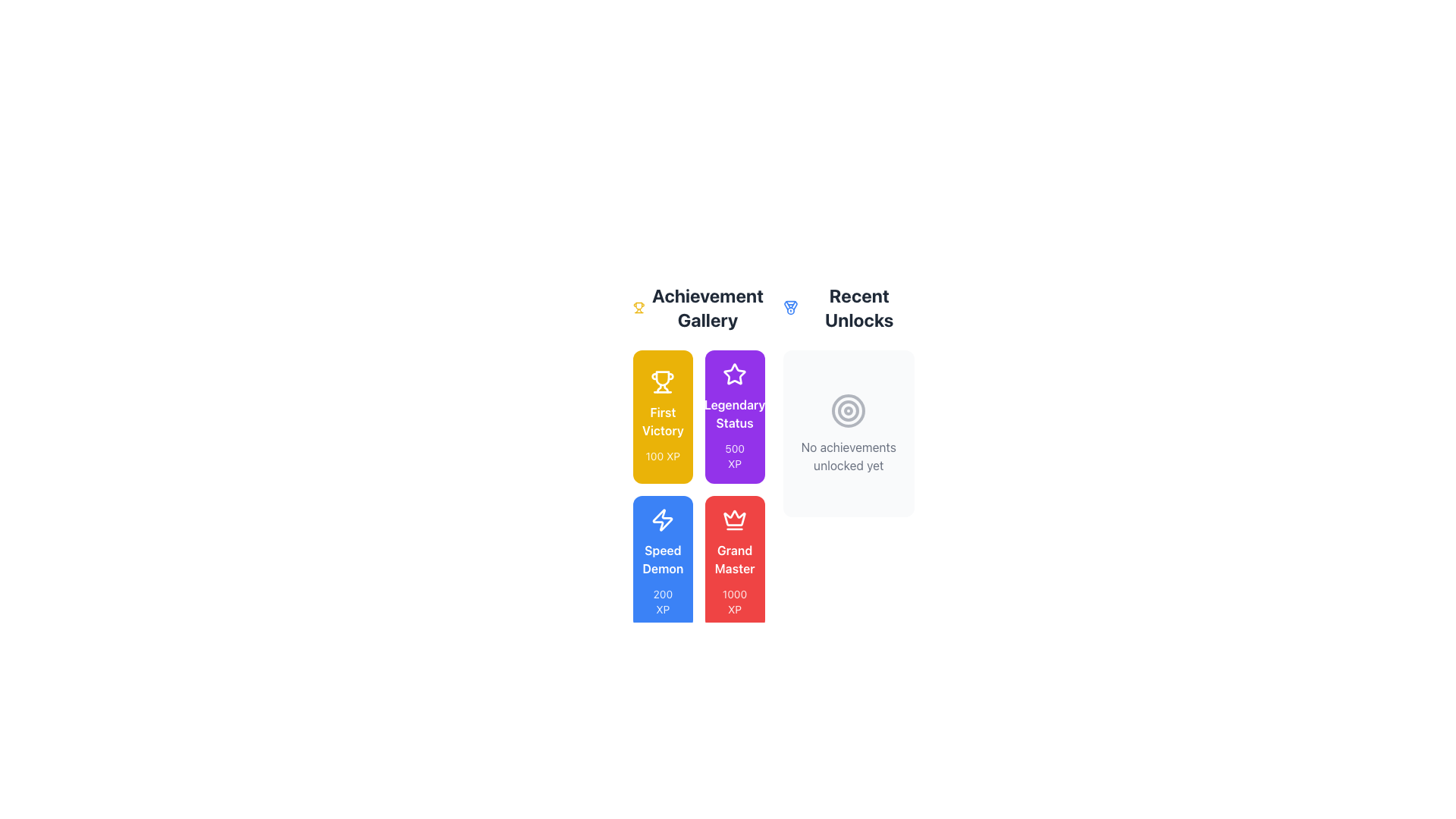 The height and width of the screenshot is (819, 1456). I want to click on the text label displaying 'First Victory' in bold against a yellow background to invoke any associated action, so click(662, 421).